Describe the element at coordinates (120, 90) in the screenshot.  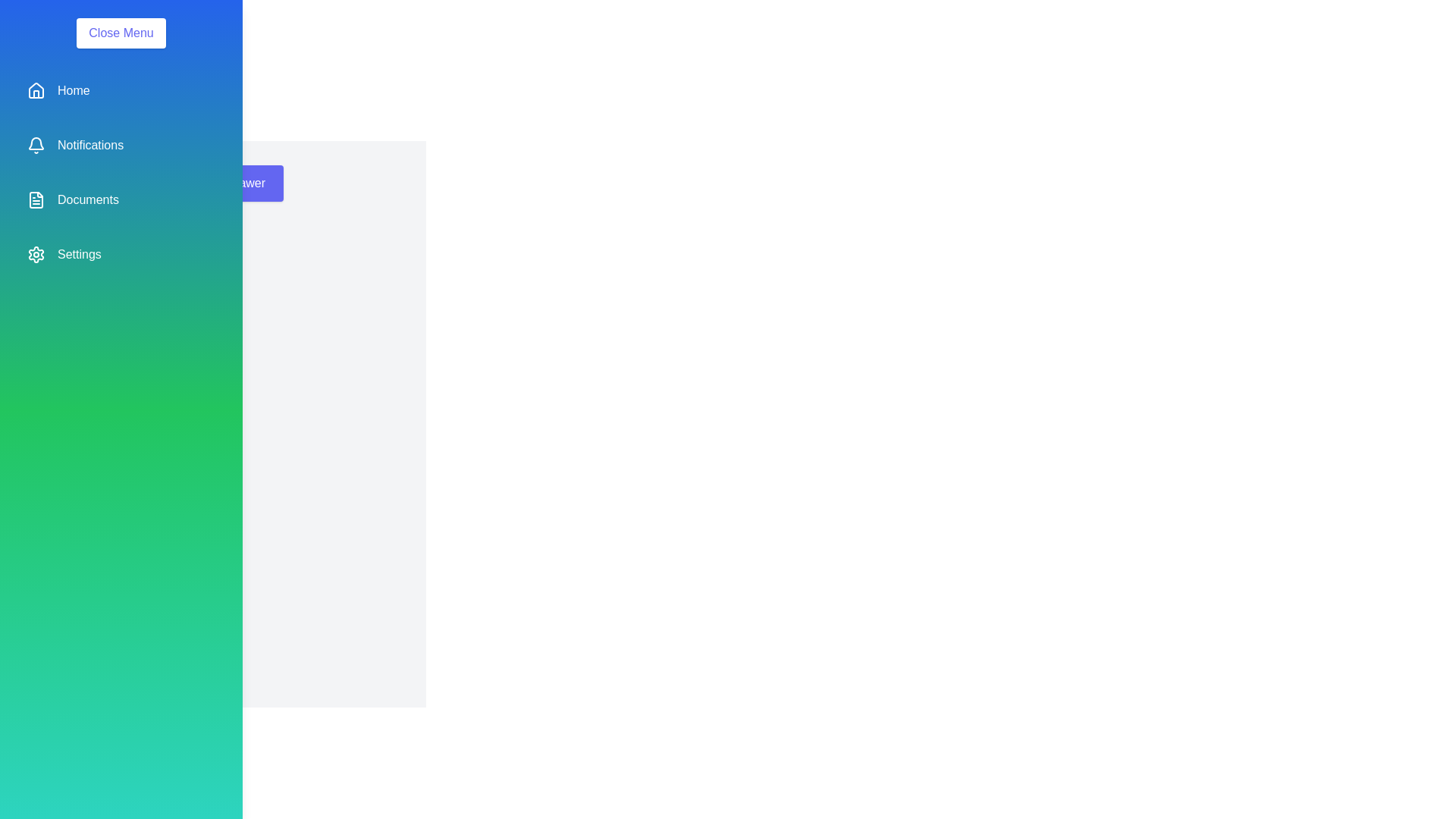
I see `the menu item Home from the list` at that location.